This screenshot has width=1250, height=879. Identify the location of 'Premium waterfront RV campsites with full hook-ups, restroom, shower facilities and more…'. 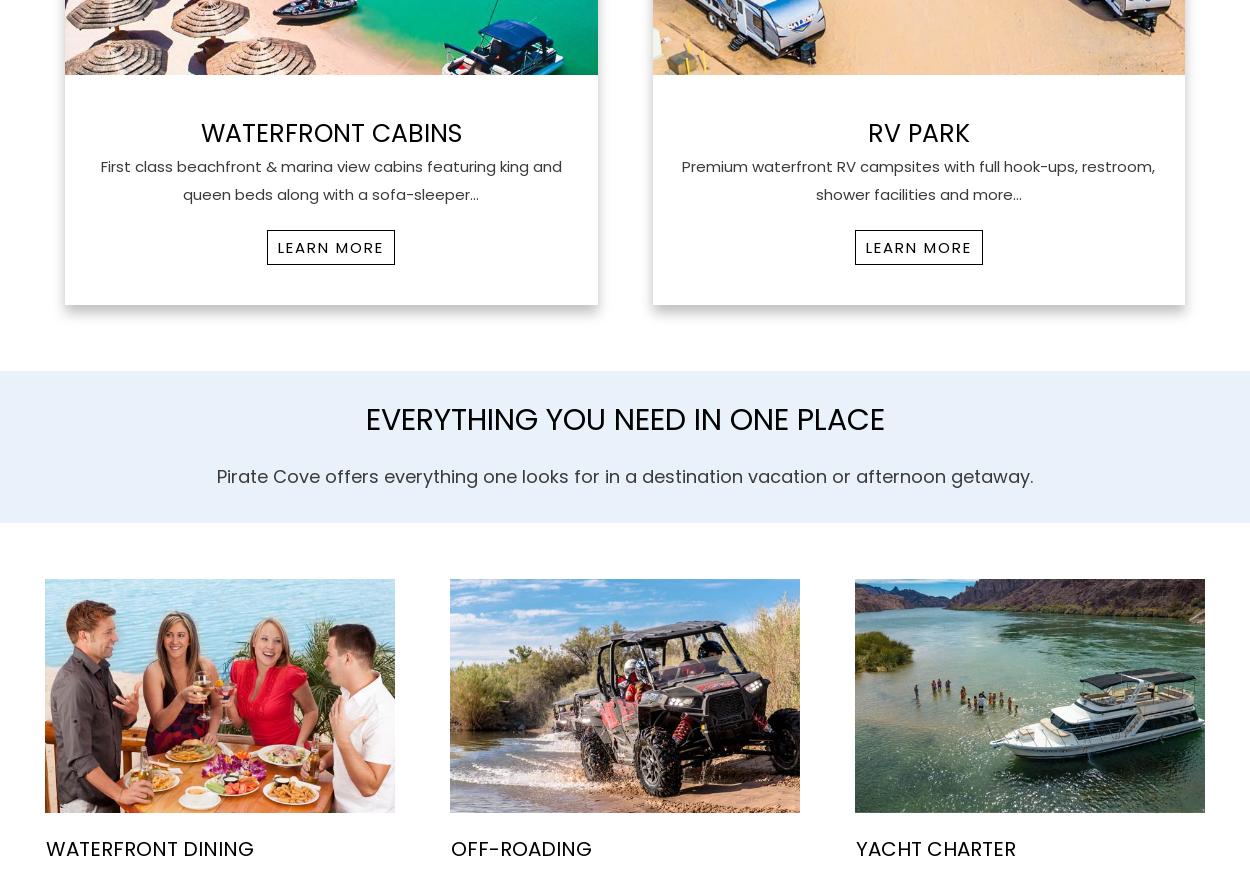
(918, 178).